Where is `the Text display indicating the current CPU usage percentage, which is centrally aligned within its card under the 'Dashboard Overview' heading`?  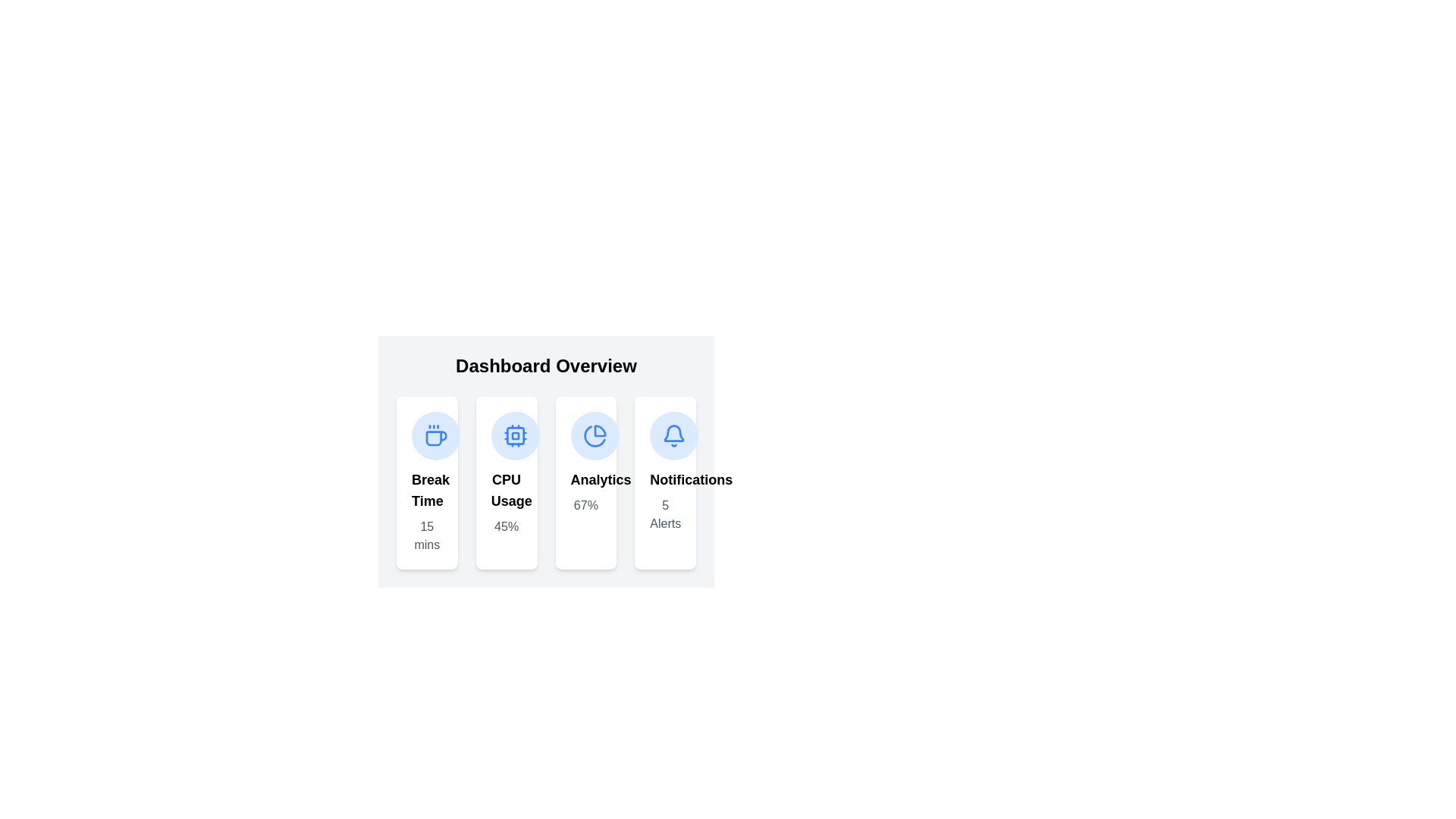
the Text display indicating the current CPU usage percentage, which is centrally aligned within its card under the 'Dashboard Overview' heading is located at coordinates (507, 503).